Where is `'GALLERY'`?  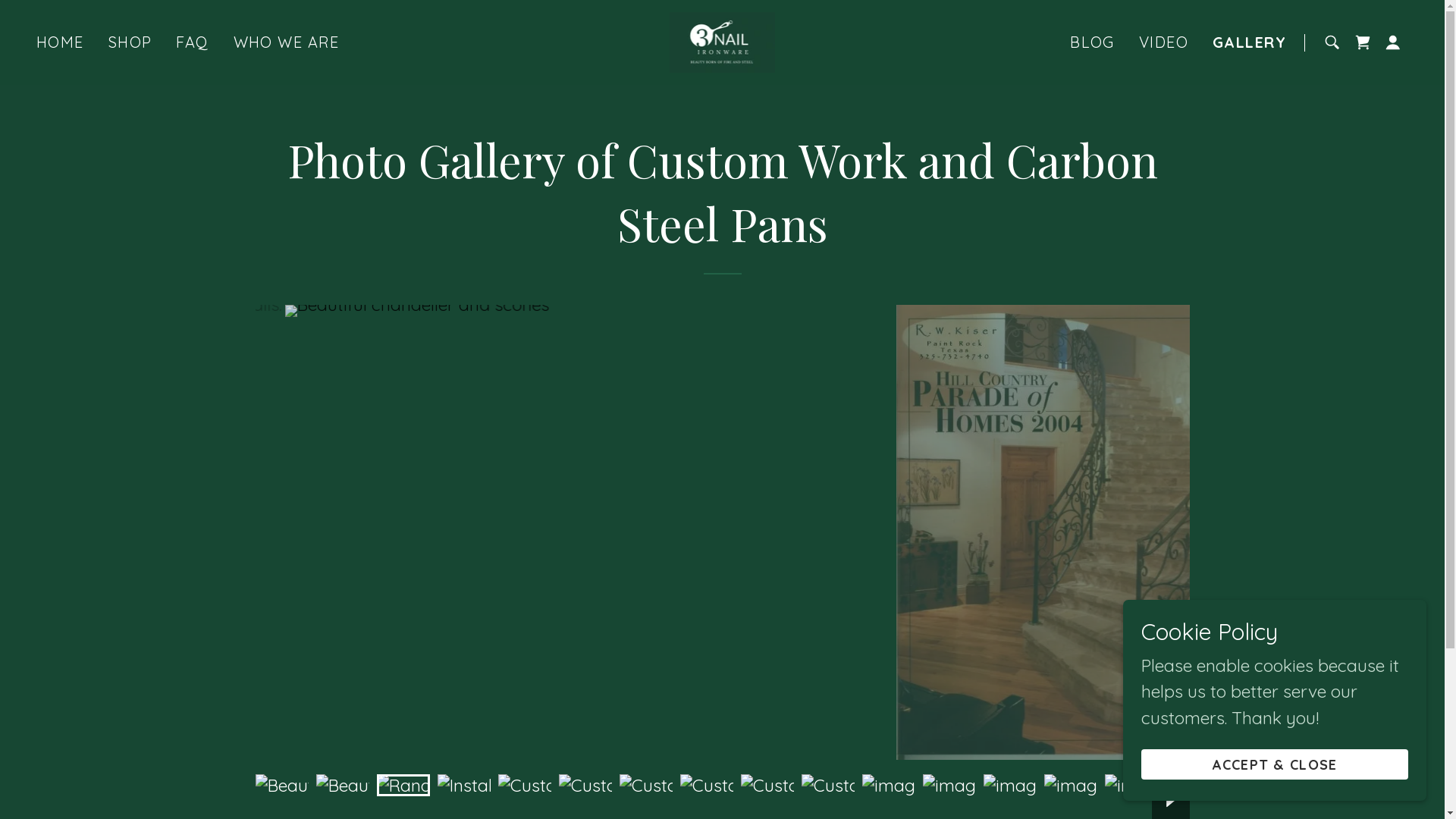 'GALLERY' is located at coordinates (1211, 42).